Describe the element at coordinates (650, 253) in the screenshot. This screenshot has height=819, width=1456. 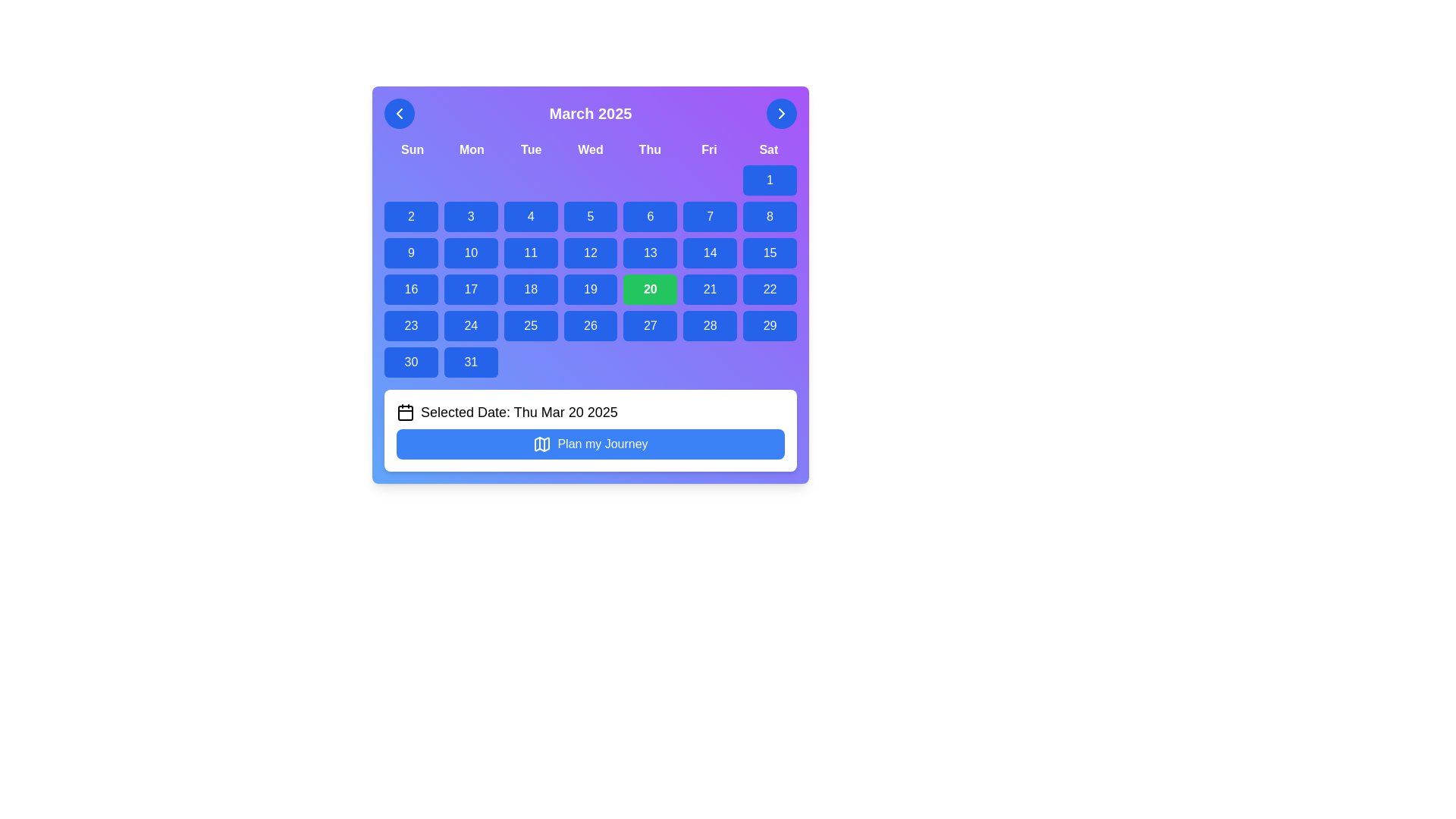
I see `the button with the white number '13' in the fifth column of the third row of the calendar grid` at that location.